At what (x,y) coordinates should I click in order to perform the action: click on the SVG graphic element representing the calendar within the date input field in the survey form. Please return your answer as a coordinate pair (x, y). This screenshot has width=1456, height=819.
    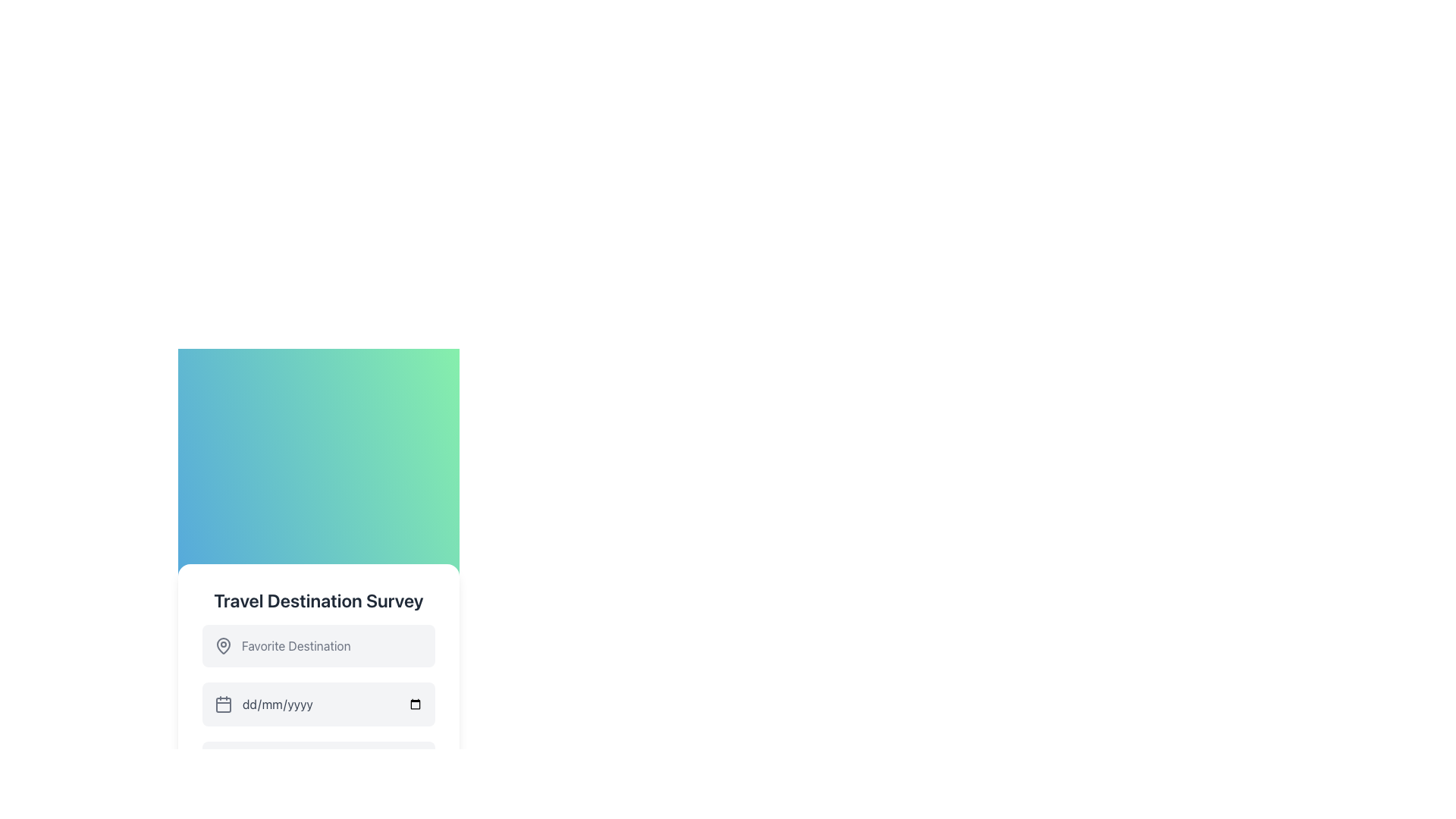
    Looking at the image, I should click on (222, 704).